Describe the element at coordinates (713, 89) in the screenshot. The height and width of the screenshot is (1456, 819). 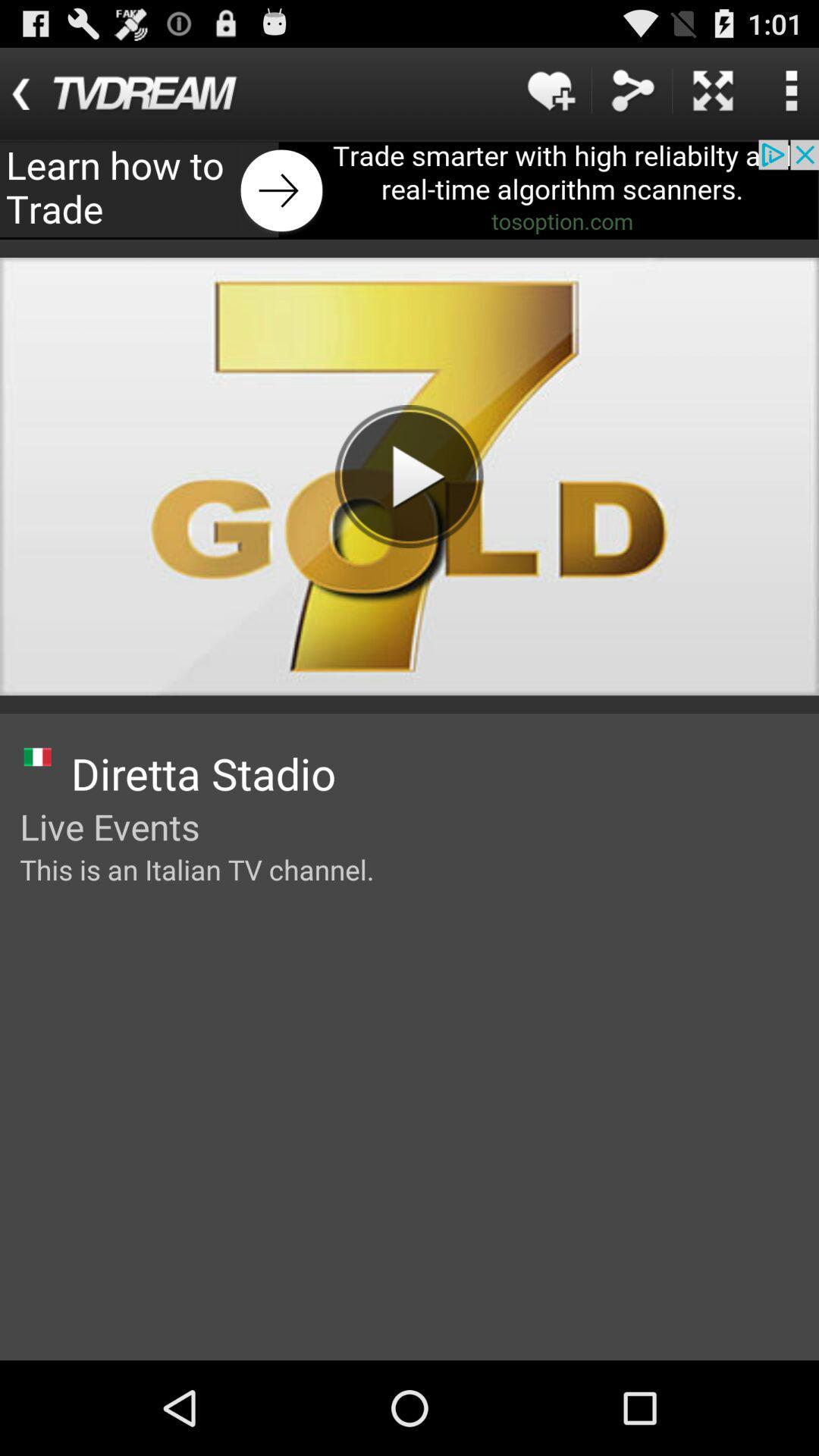
I see `icon left to three vertical dot icon at the top right corner` at that location.